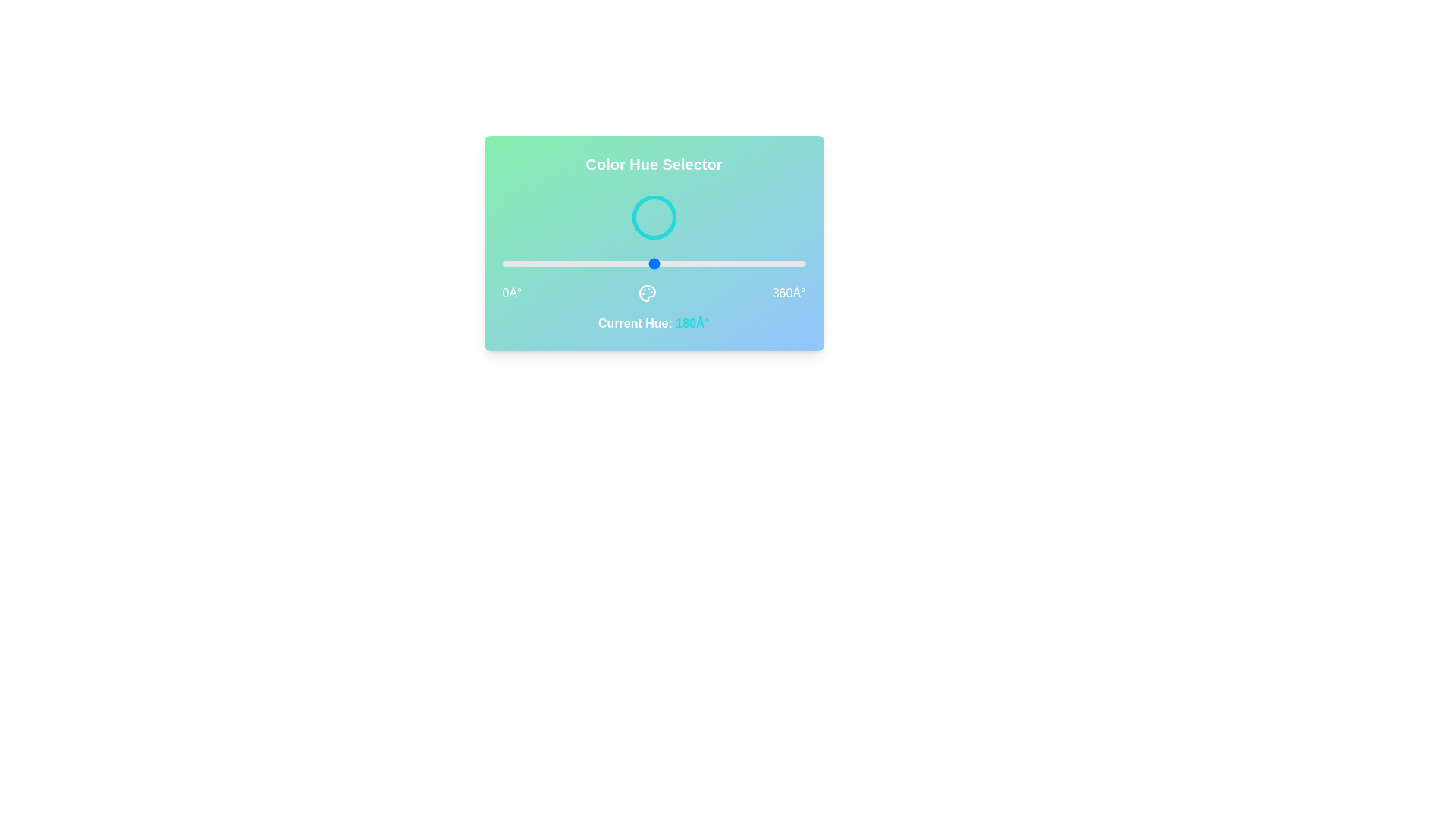 This screenshot has height=819, width=1456. Describe the element at coordinates (648, 262) in the screenshot. I see `the hue to 173° by dragging the slider` at that location.